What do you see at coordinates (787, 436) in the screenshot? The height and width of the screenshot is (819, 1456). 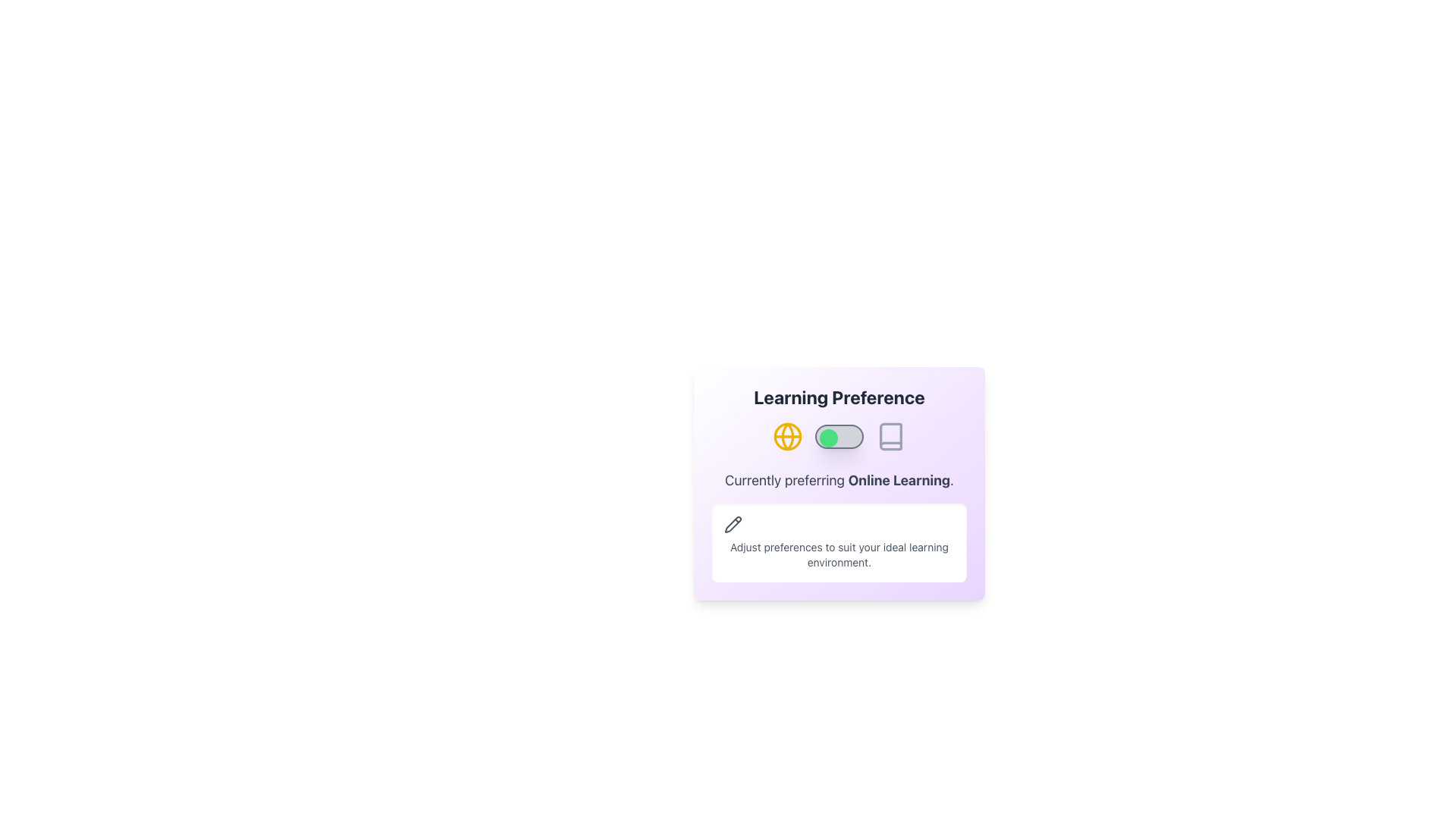 I see `the circular globe icon with a yellow color and grid structure, located to the left of the green toggle switch in the 'Learning Preference' section` at bounding box center [787, 436].